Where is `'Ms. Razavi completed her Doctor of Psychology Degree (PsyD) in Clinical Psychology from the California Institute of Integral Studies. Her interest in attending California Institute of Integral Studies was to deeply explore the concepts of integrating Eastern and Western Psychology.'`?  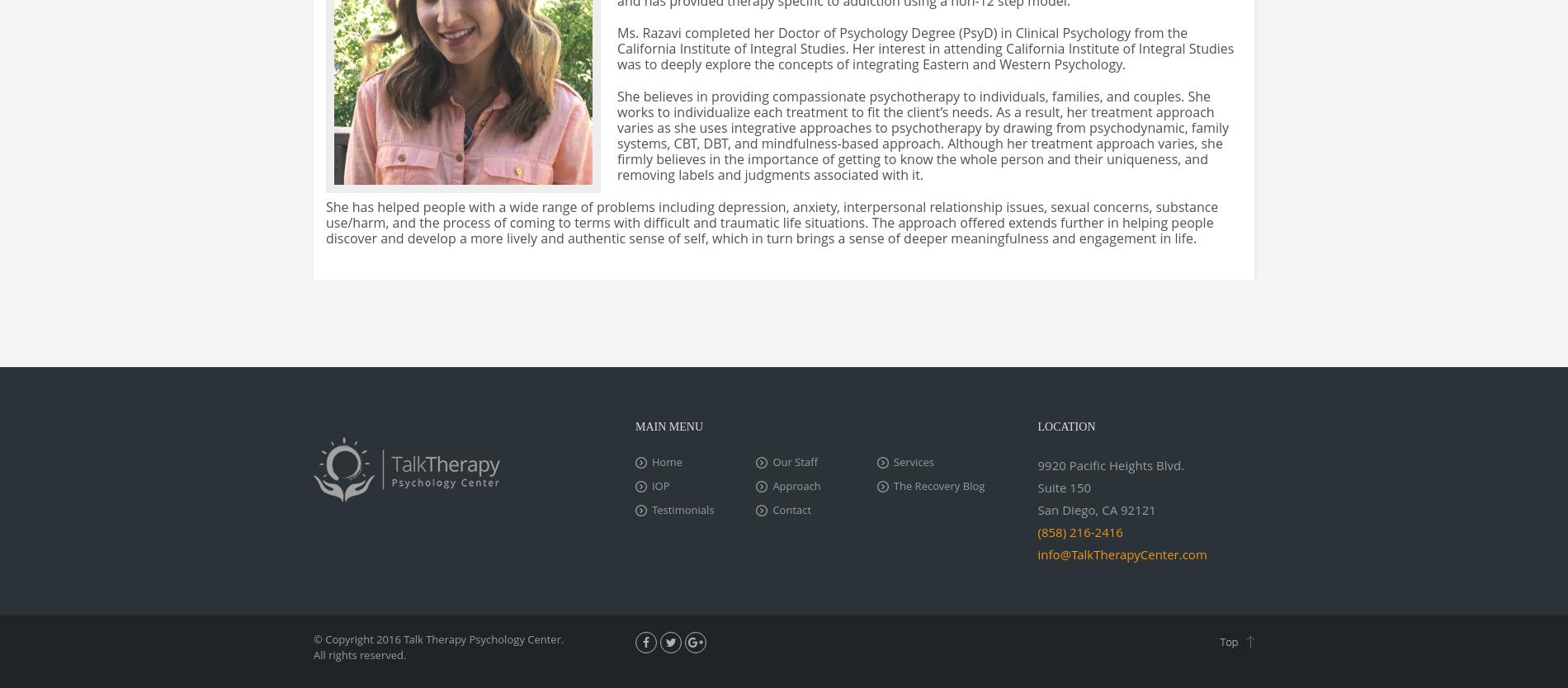 'Ms. Razavi completed her Doctor of Psychology Degree (PsyD) in Clinical Psychology from the California Institute of Integral Studies. Her interest in attending California Institute of Integral Studies was to deeply explore the concepts of integrating Eastern and Western Psychology.' is located at coordinates (925, 48).